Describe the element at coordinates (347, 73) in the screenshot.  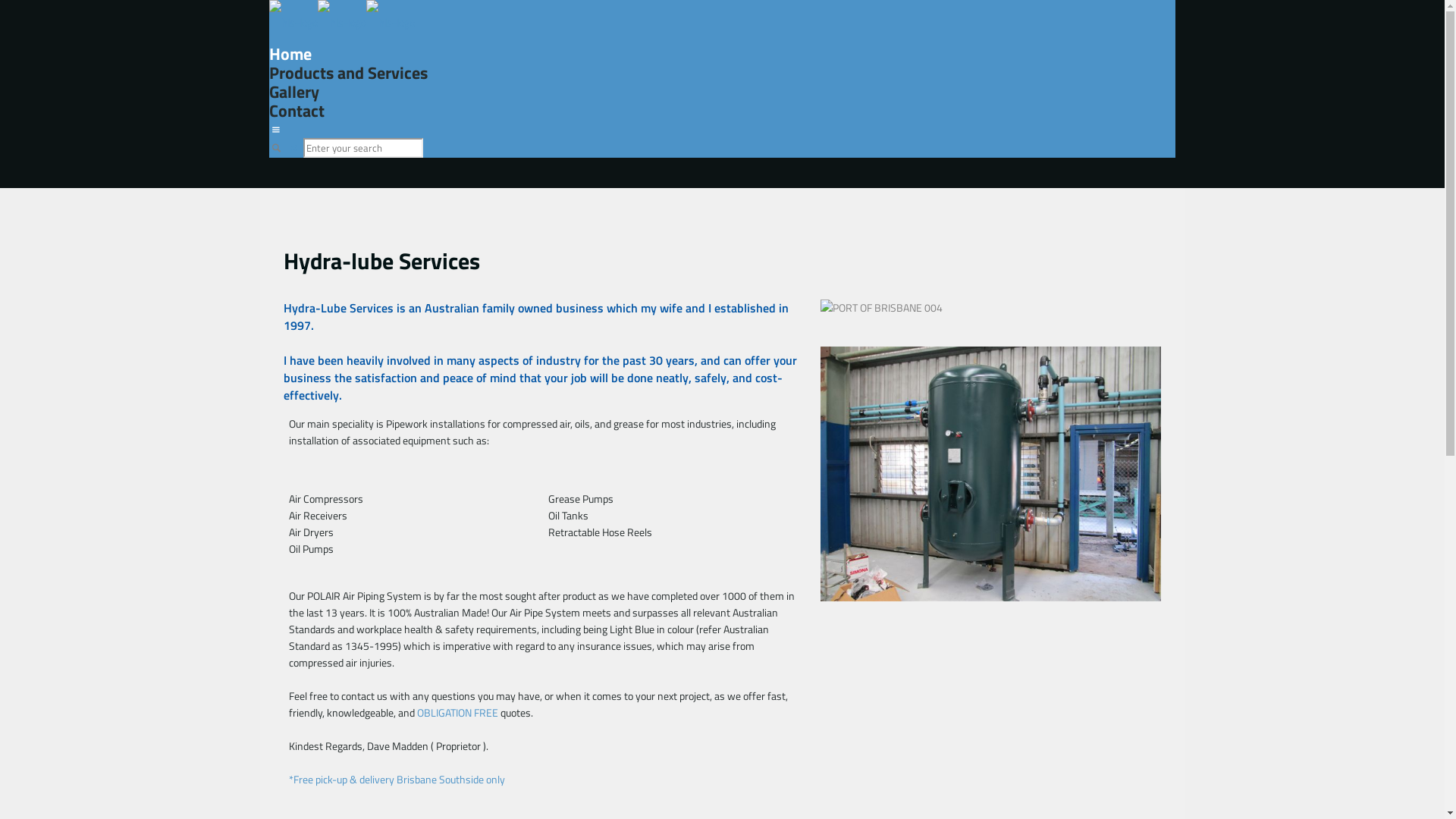
I see `'Products and Services'` at that location.